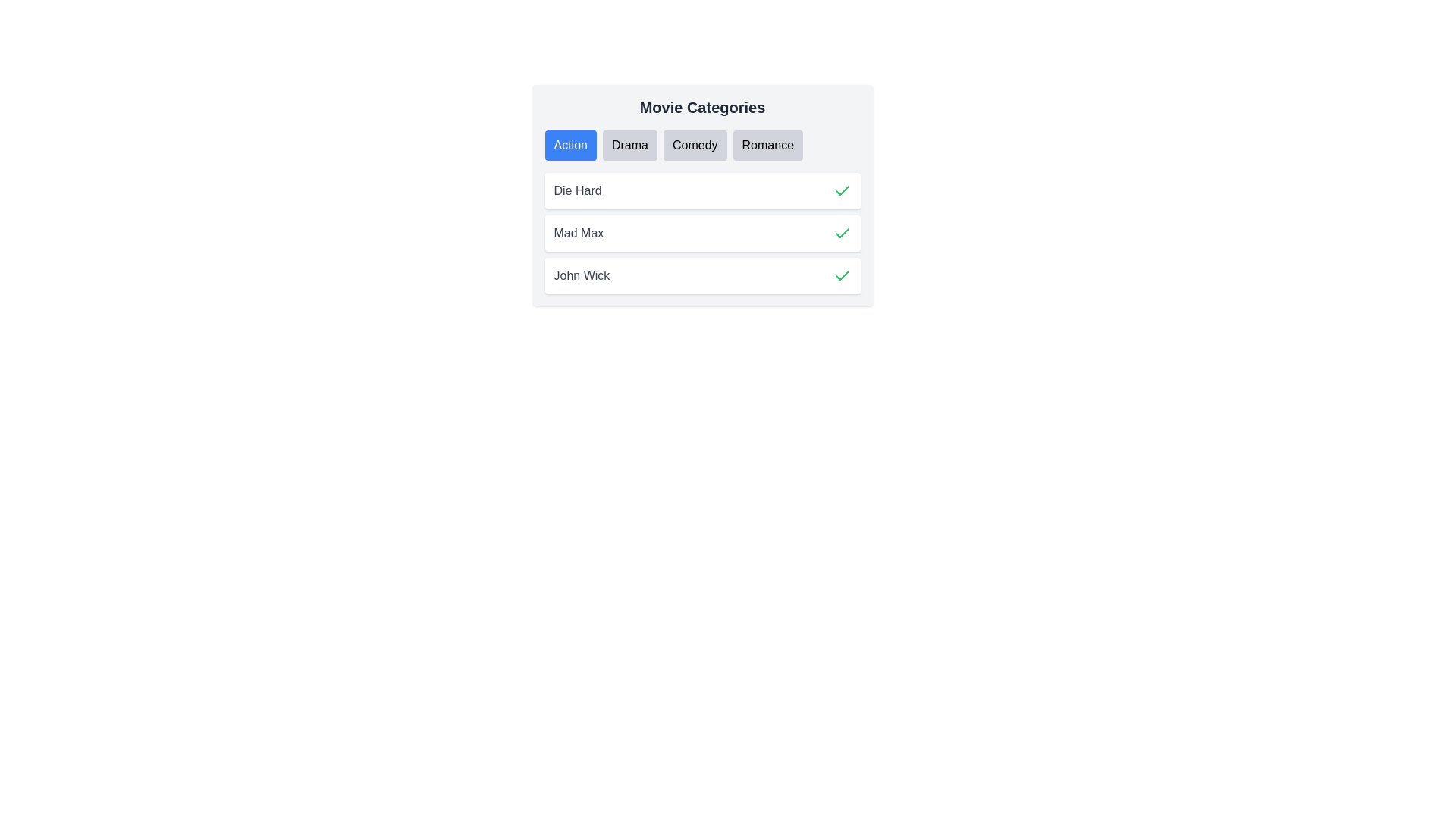 The height and width of the screenshot is (819, 1456). Describe the element at coordinates (701, 275) in the screenshot. I see `the selectable list item representing the movie 'John Wick' for interaction` at that location.